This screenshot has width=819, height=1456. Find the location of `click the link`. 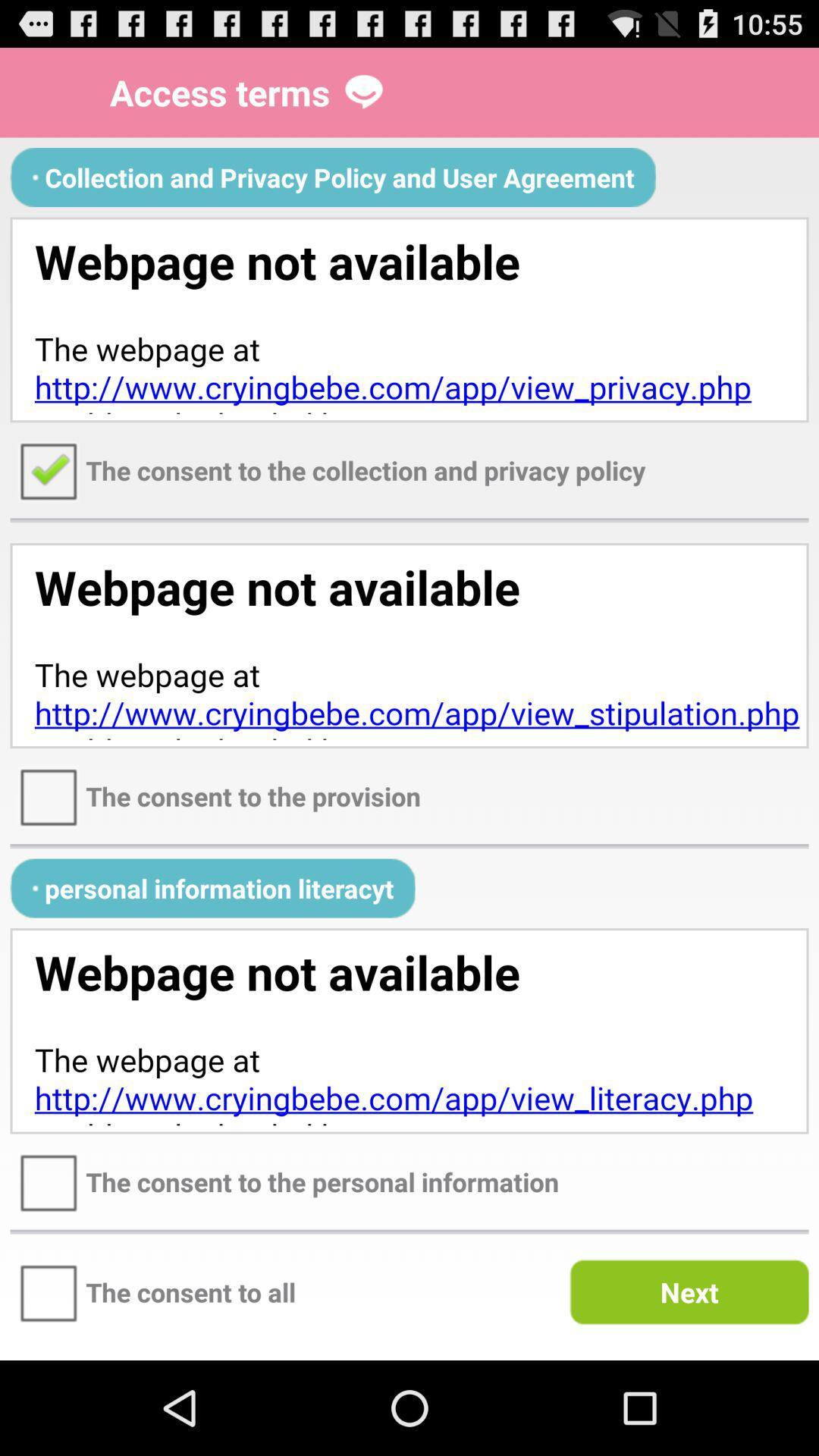

click the link is located at coordinates (409, 318).